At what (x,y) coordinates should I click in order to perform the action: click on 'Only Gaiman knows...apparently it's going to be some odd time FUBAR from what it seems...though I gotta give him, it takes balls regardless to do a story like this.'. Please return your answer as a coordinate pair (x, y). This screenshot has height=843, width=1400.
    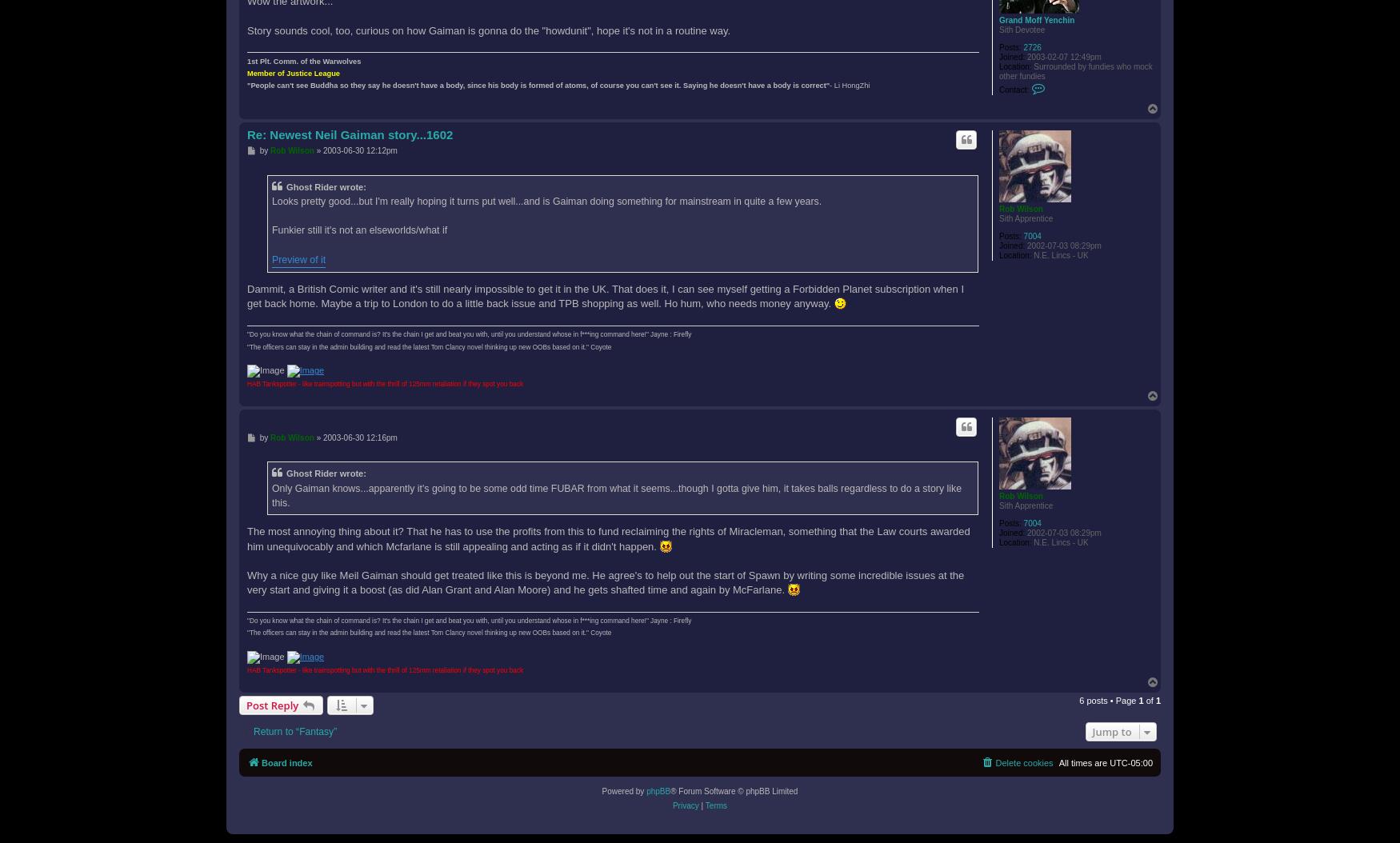
    Looking at the image, I should click on (272, 494).